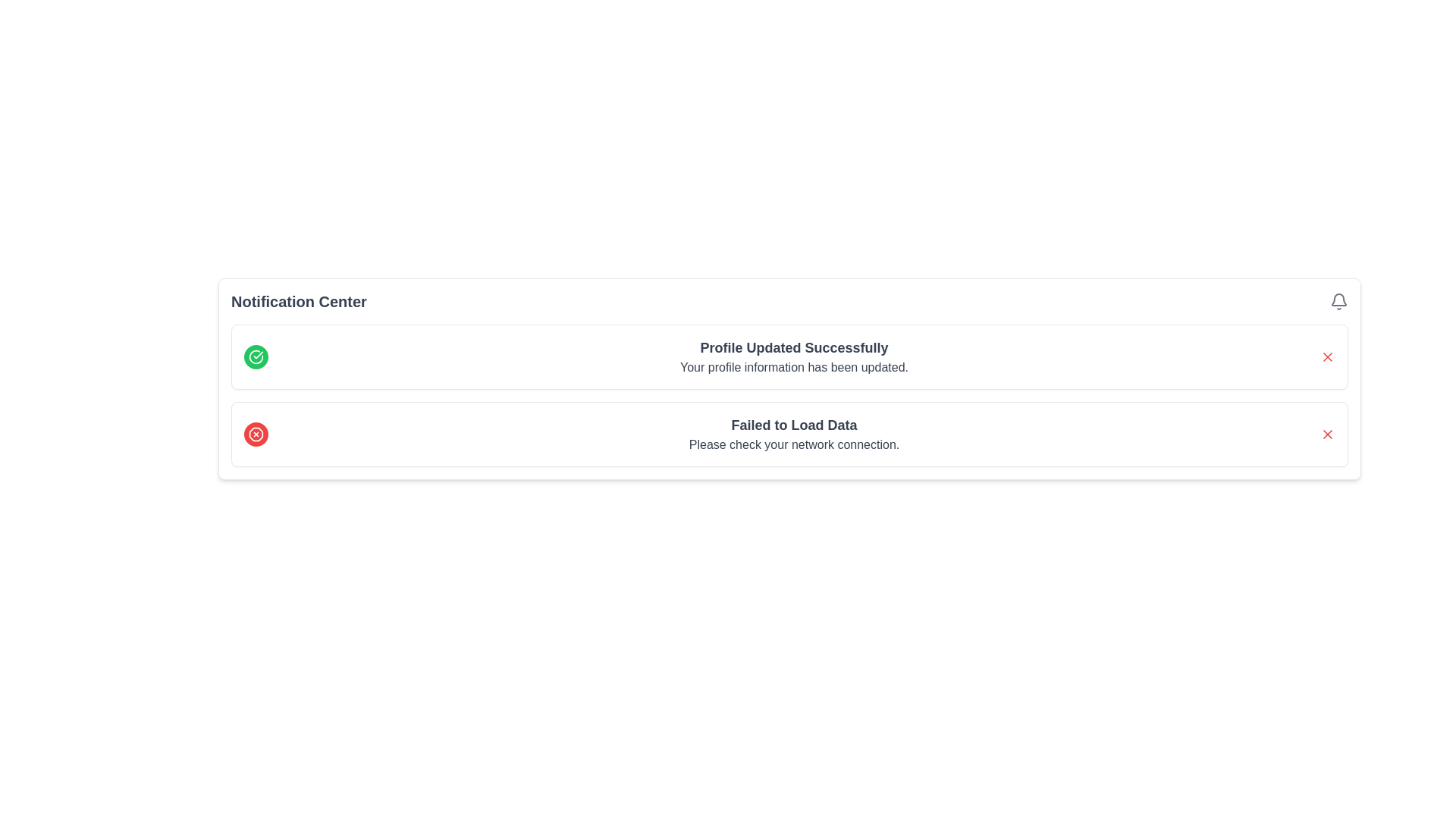  Describe the element at coordinates (793, 425) in the screenshot. I see `text from the notification center that states 'Failed to Load Data', which is styled with bold and larger font to emphasize its importance` at that location.